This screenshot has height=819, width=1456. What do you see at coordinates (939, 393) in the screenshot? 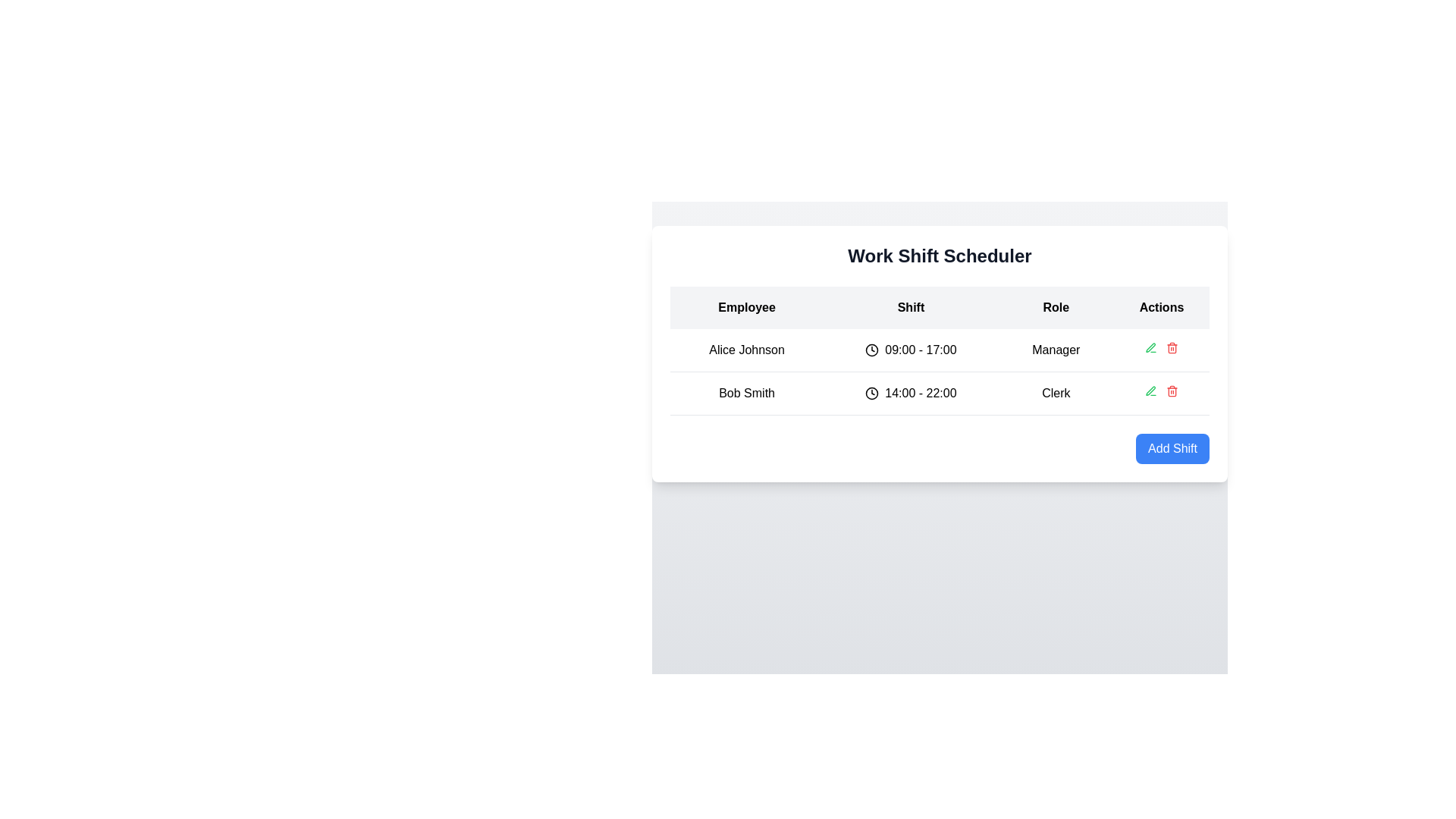
I see `the second row of the 'Work Shift Scheduler' table, which displays work shift details for an employee` at bounding box center [939, 393].